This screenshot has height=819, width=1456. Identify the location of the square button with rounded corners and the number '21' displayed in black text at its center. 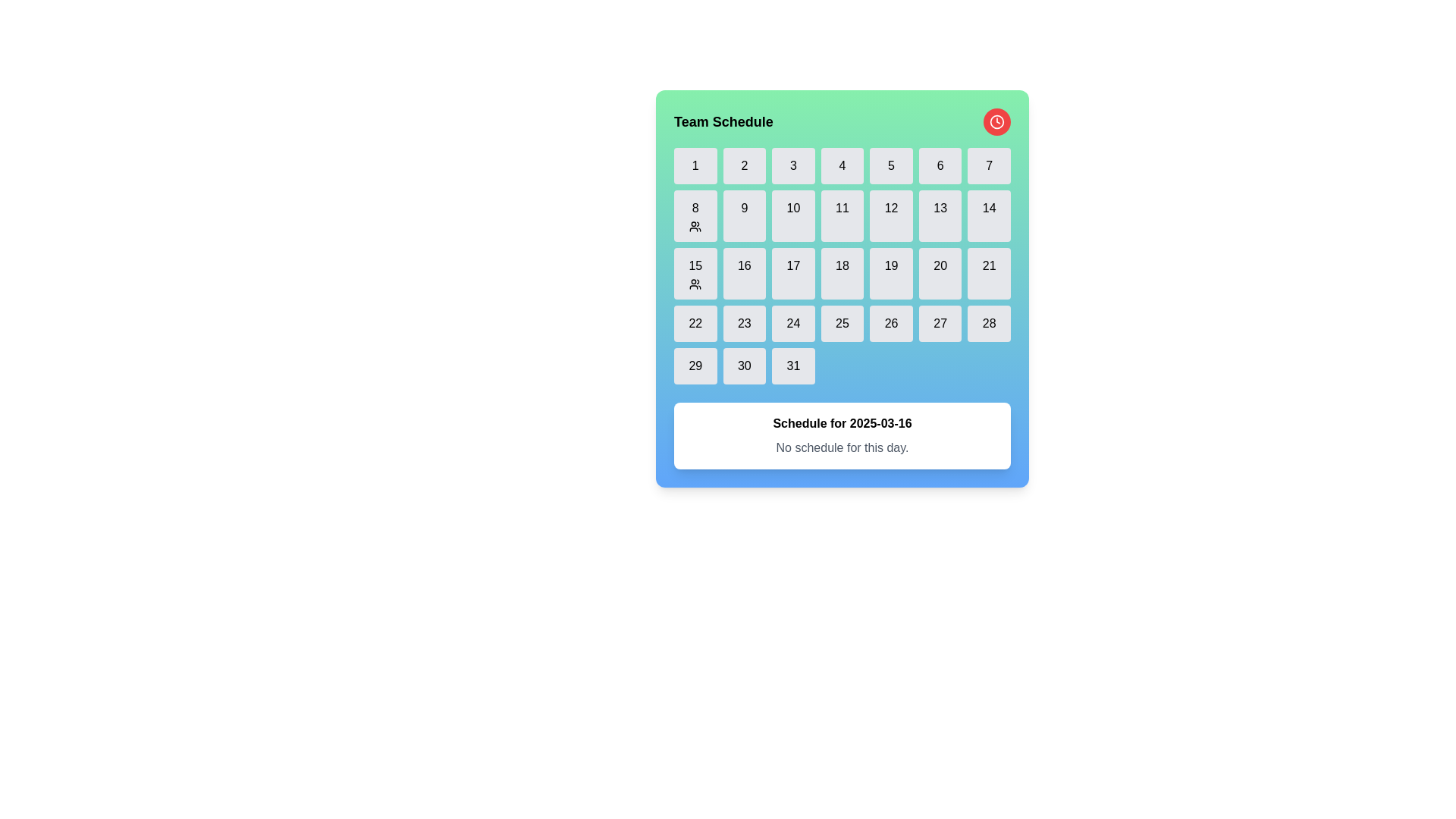
(989, 274).